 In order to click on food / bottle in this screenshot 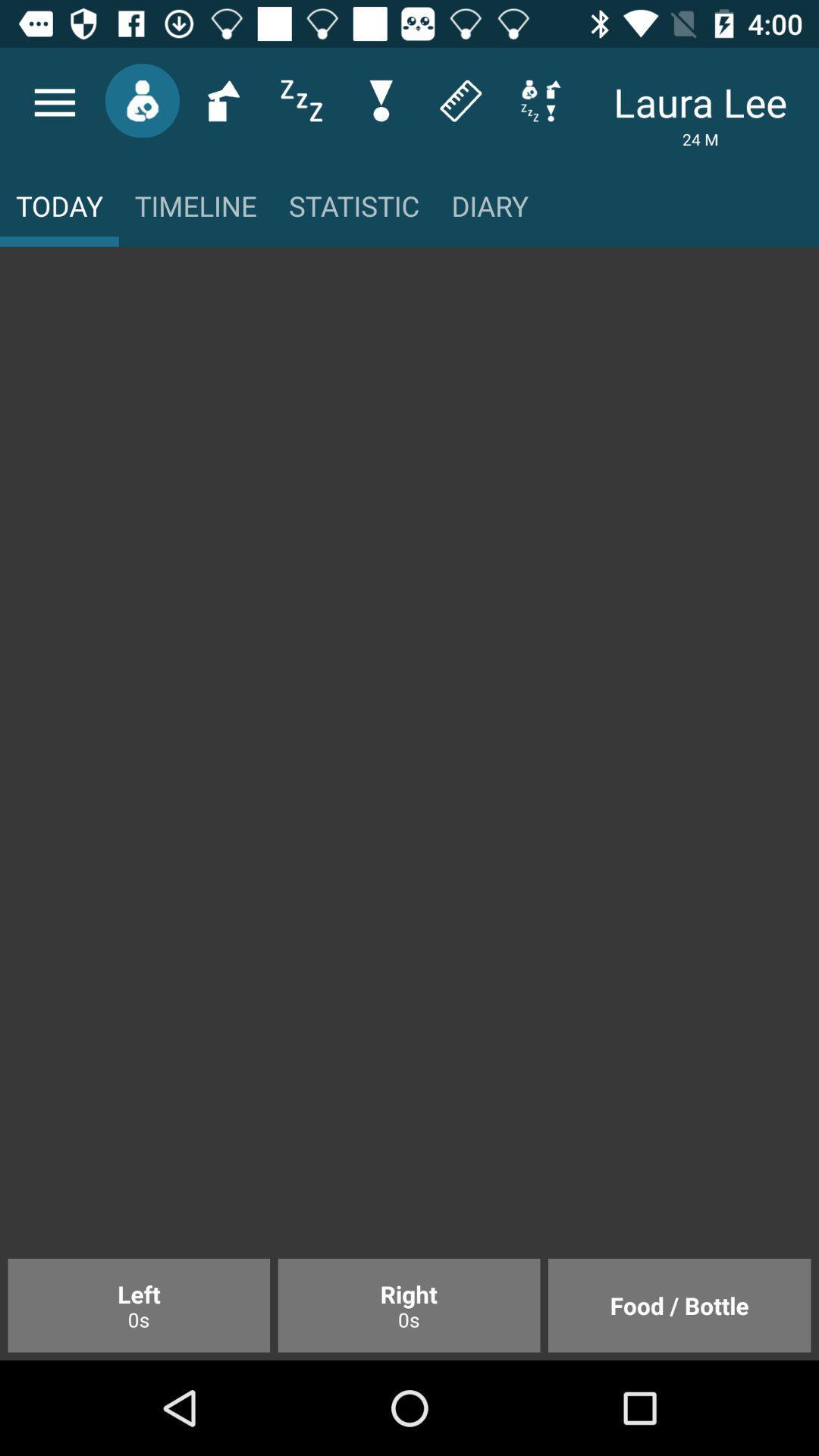, I will do `click(679, 1304)`.